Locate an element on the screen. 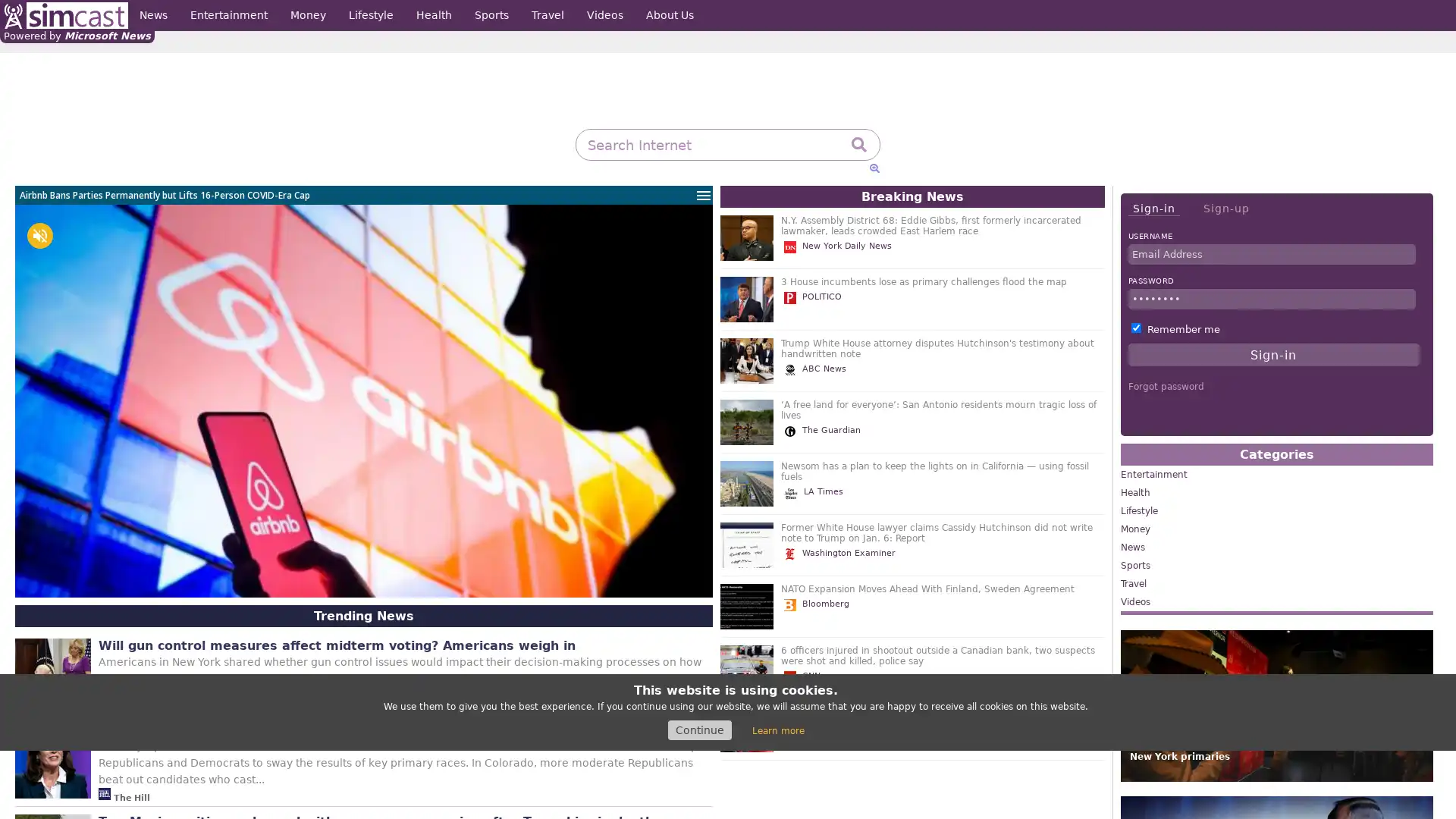  Sign-in is located at coordinates (1153, 209).